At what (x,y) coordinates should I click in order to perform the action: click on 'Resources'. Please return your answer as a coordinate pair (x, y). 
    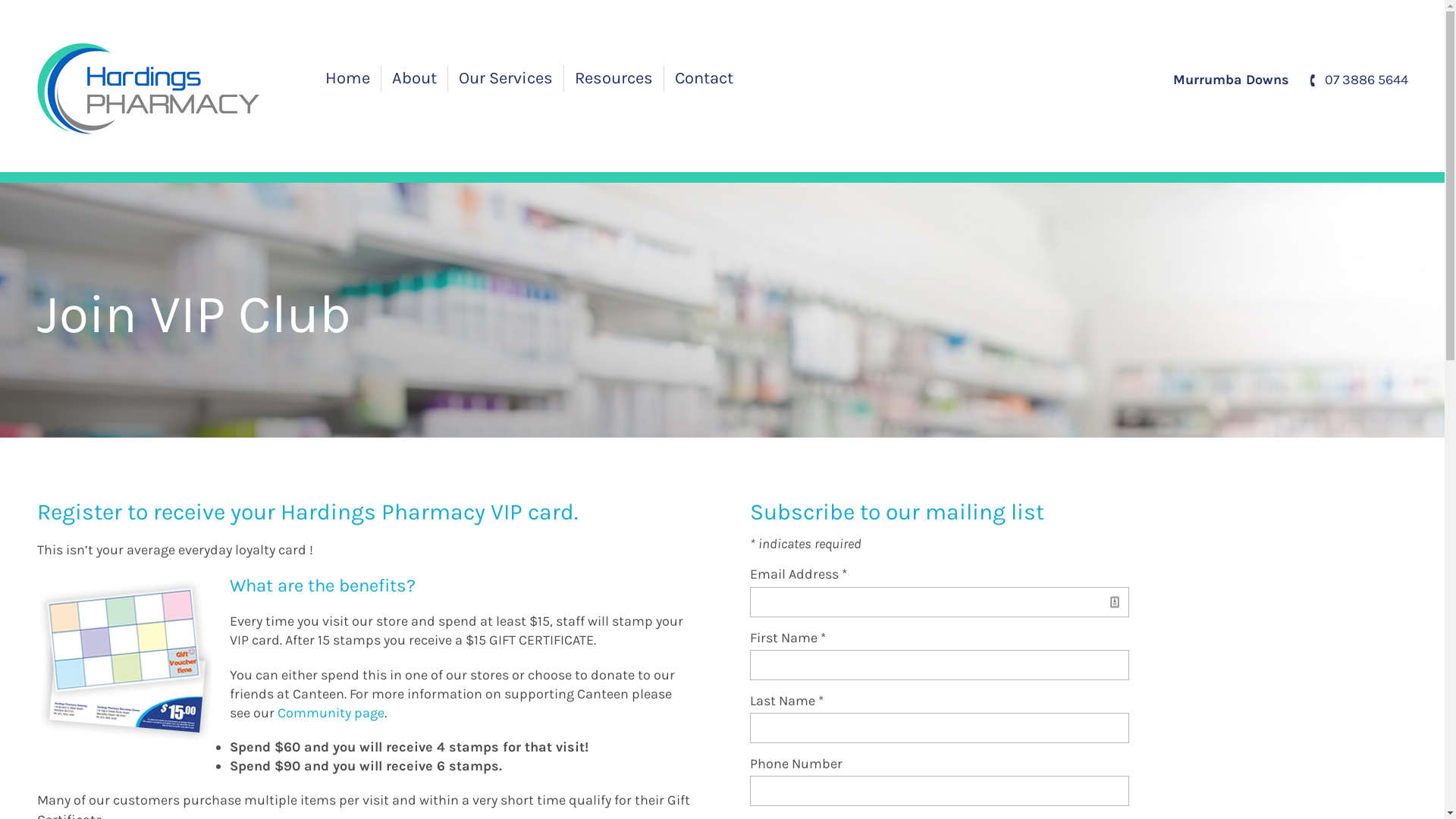
    Looking at the image, I should click on (613, 78).